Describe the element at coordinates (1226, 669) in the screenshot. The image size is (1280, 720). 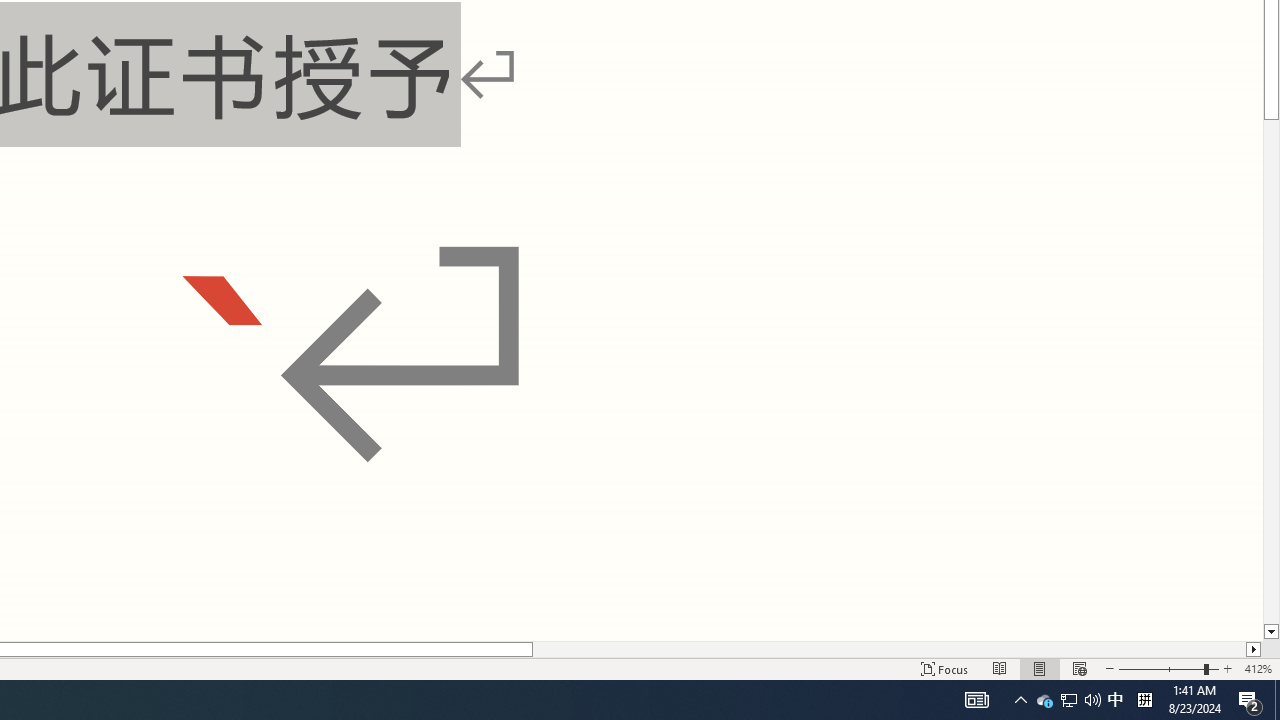
I see `'Zoom In'` at that location.